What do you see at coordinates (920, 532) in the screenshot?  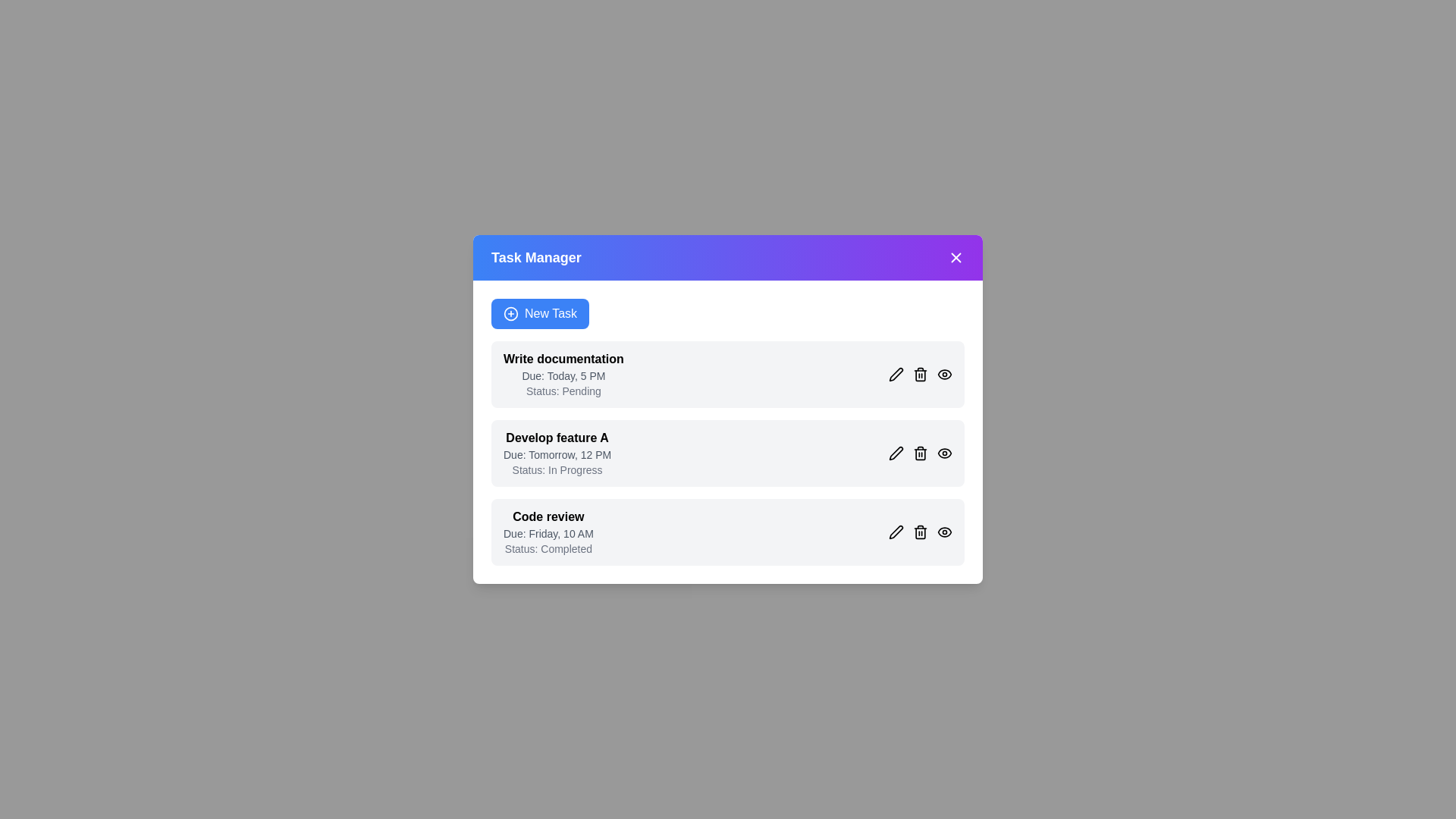 I see `'Delete' button for the task titled 'Code review'` at bounding box center [920, 532].